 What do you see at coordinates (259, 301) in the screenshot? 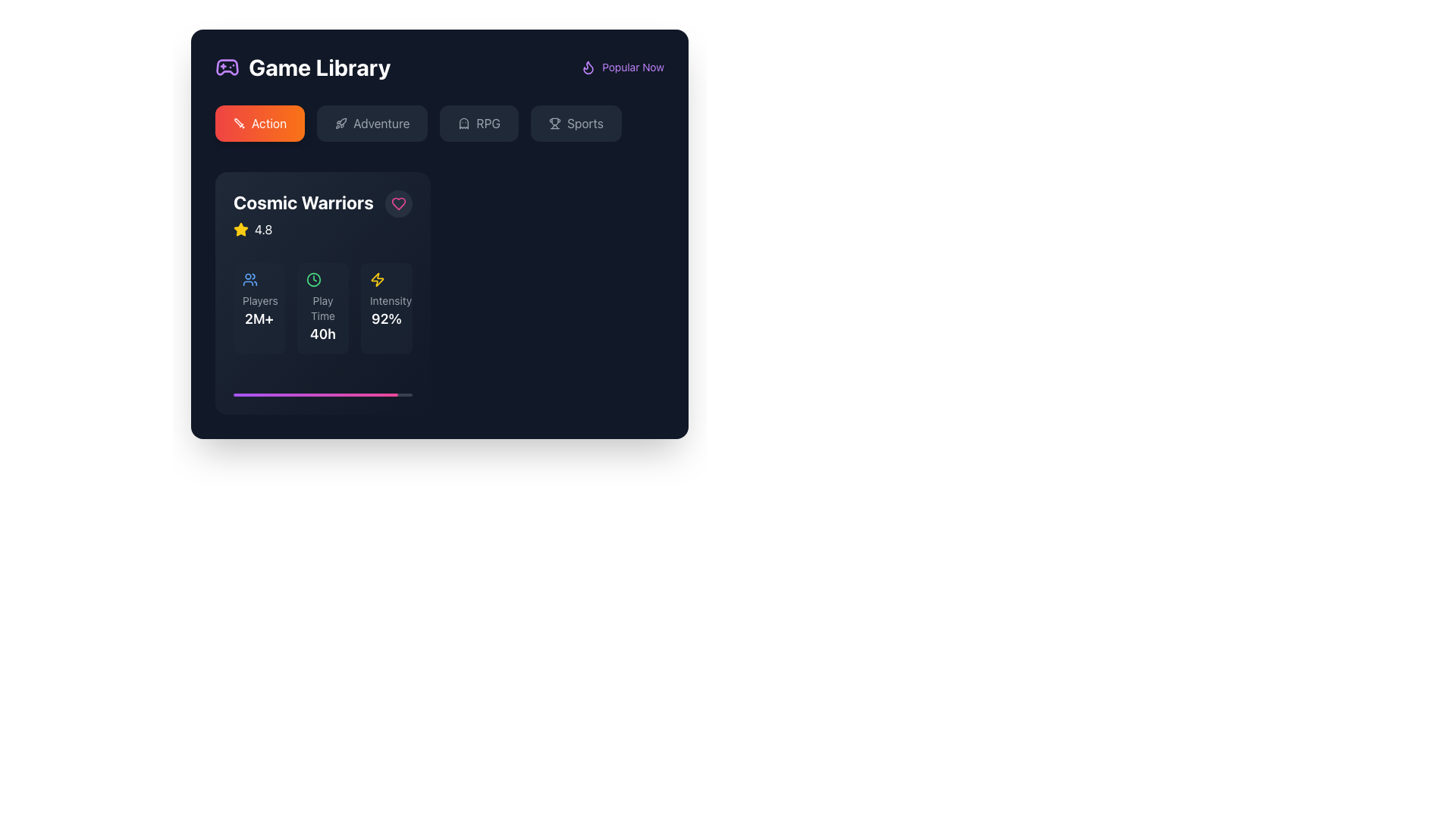
I see `the Text label located in the dark gray rounded box above the numeric value '2M+' and below the user icon, positioned in the leftmost section of a group of three sections` at bounding box center [259, 301].